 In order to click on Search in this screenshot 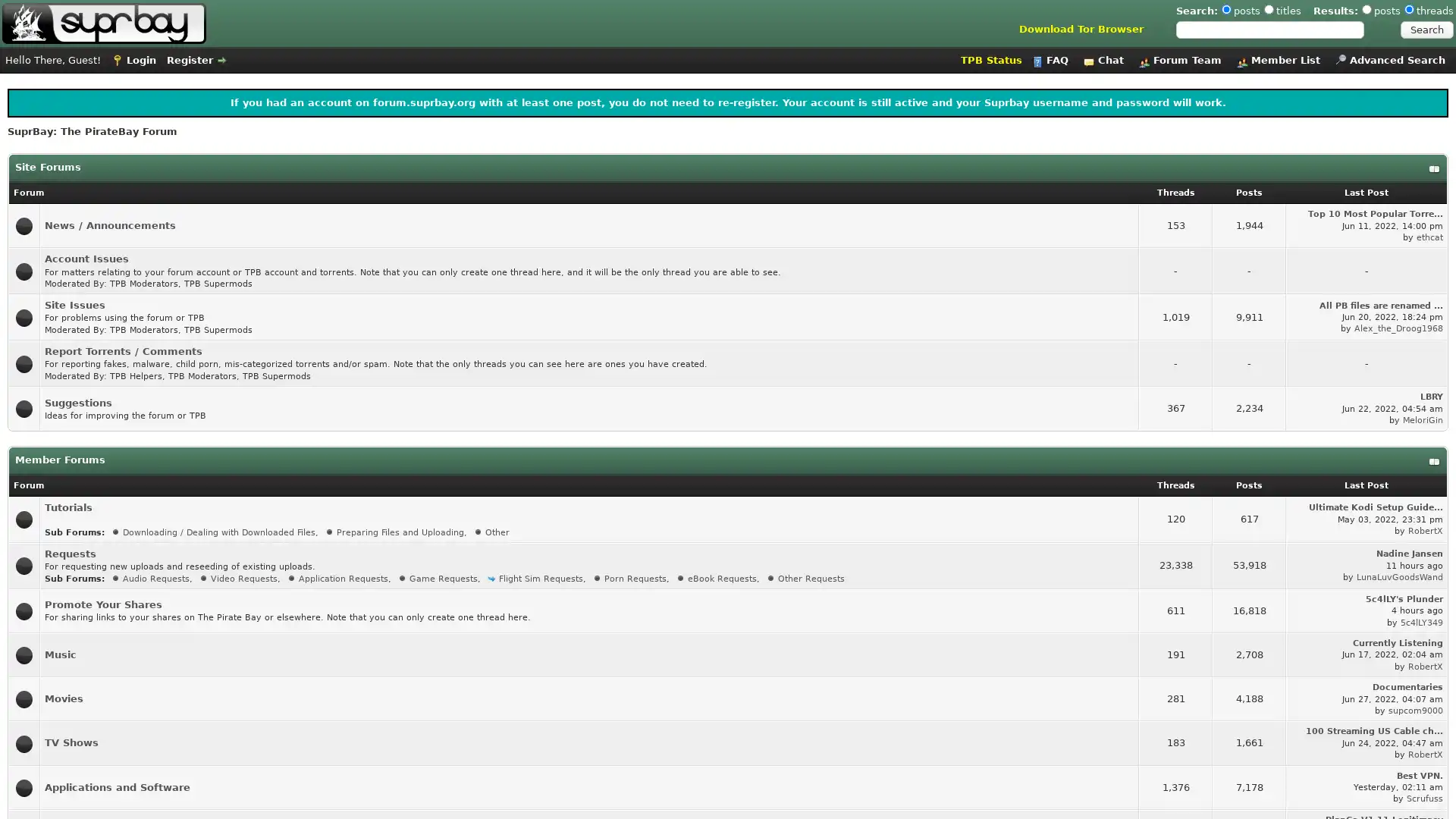, I will do `click(1426, 30)`.